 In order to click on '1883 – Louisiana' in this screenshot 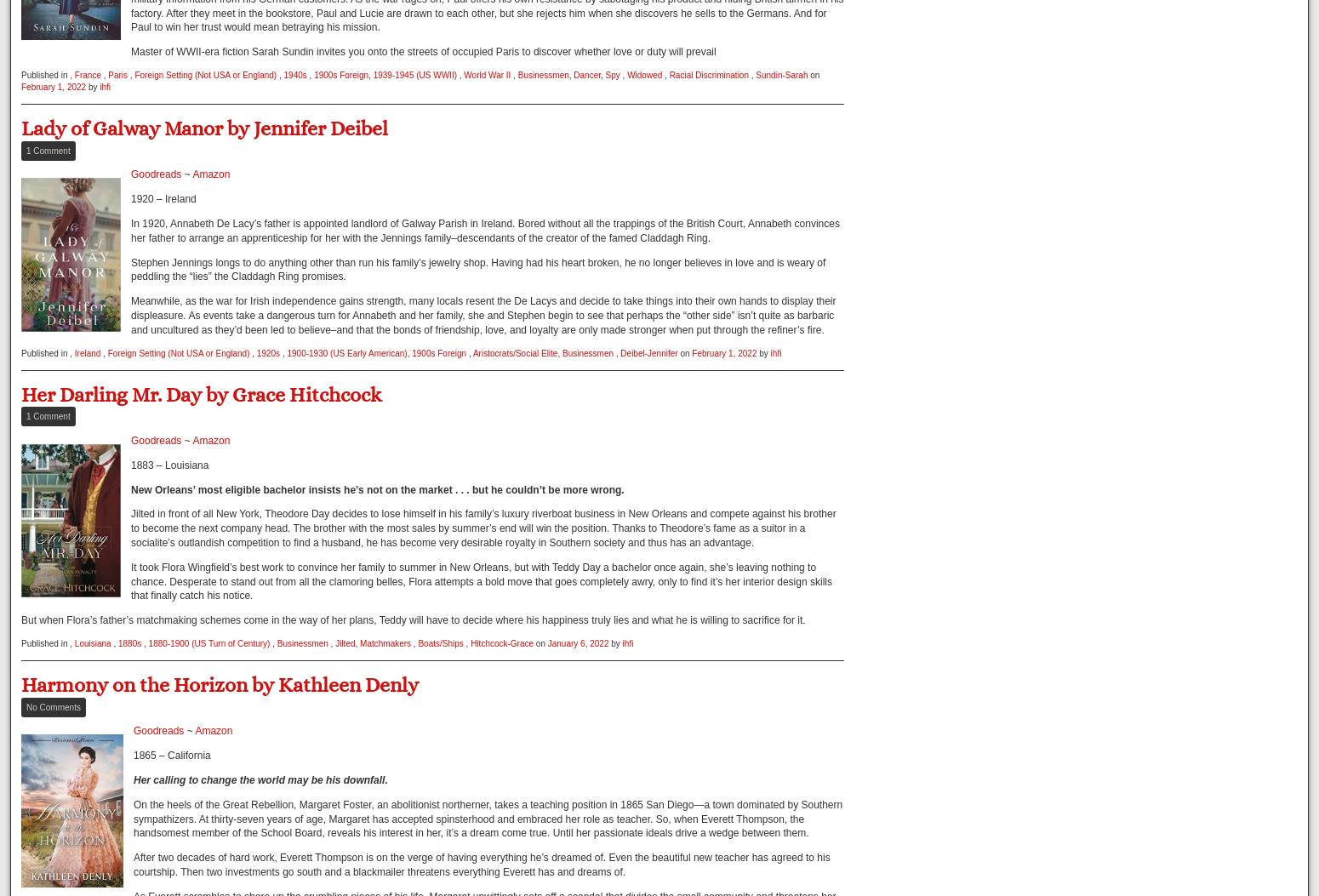, I will do `click(131, 463)`.